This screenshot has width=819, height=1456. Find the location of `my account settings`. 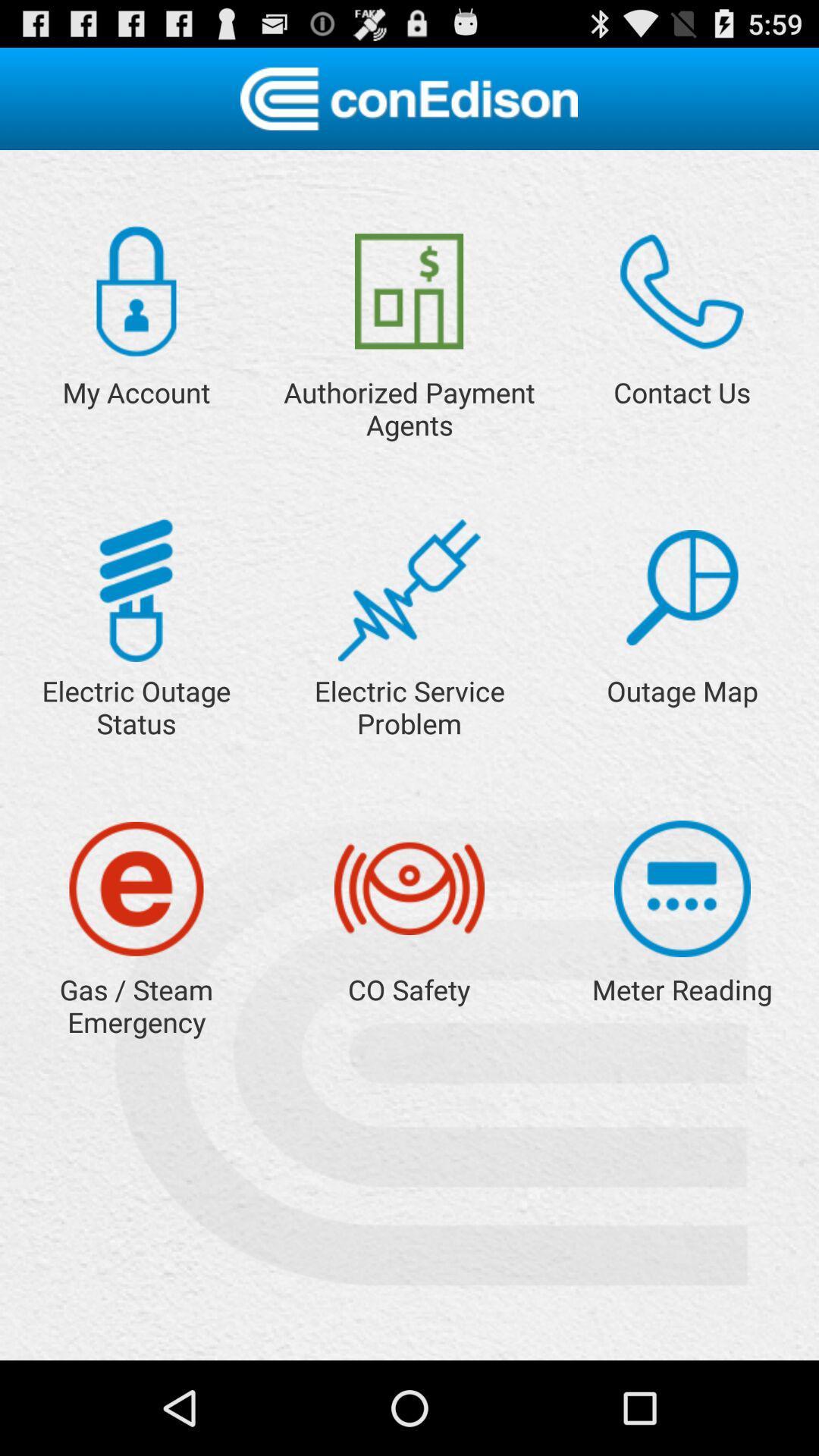

my account settings is located at coordinates (136, 291).